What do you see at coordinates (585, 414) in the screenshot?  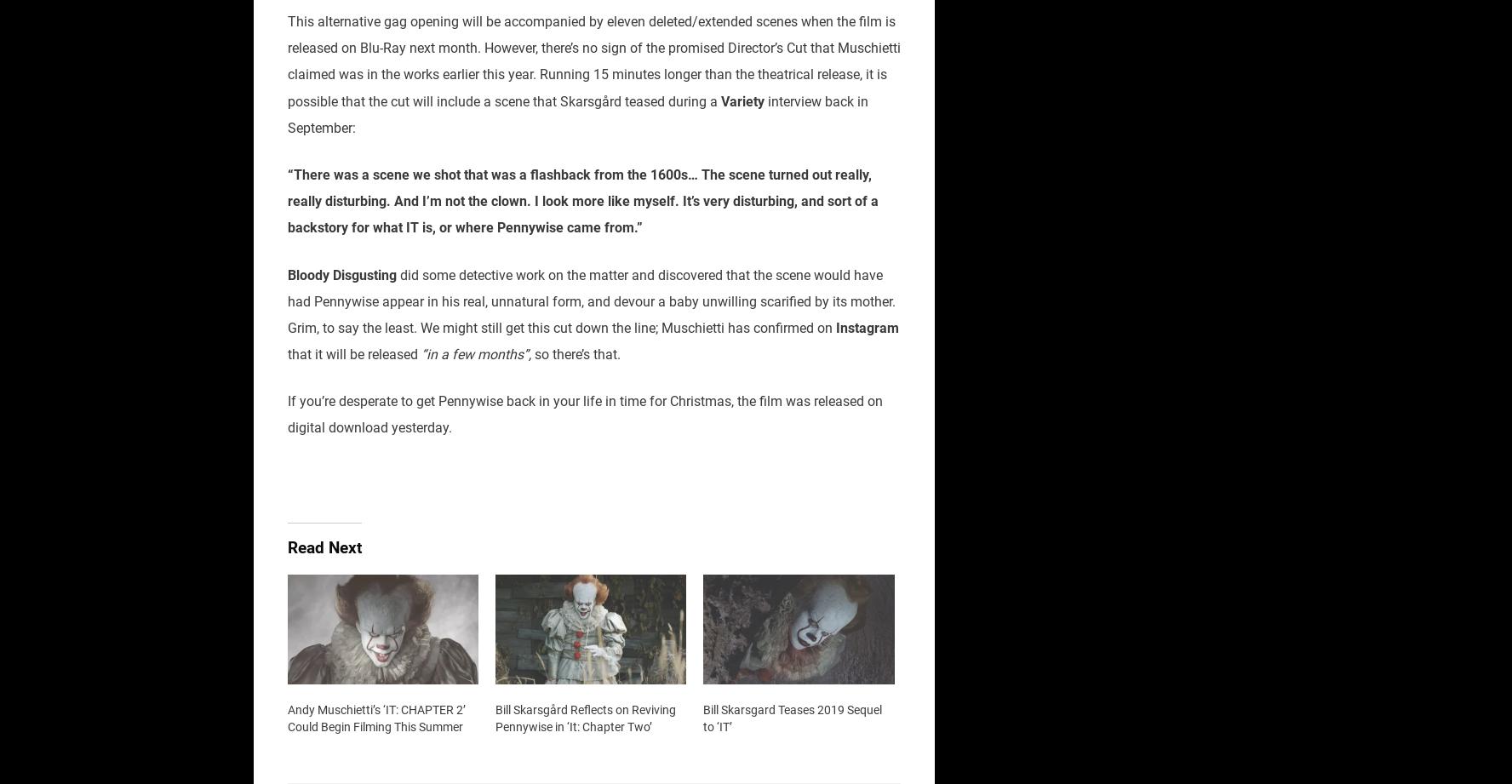 I see `'If you’re desperate to get Pennywise back in your life in time for Christmas, the film was released on digital download yesterday.'` at bounding box center [585, 414].